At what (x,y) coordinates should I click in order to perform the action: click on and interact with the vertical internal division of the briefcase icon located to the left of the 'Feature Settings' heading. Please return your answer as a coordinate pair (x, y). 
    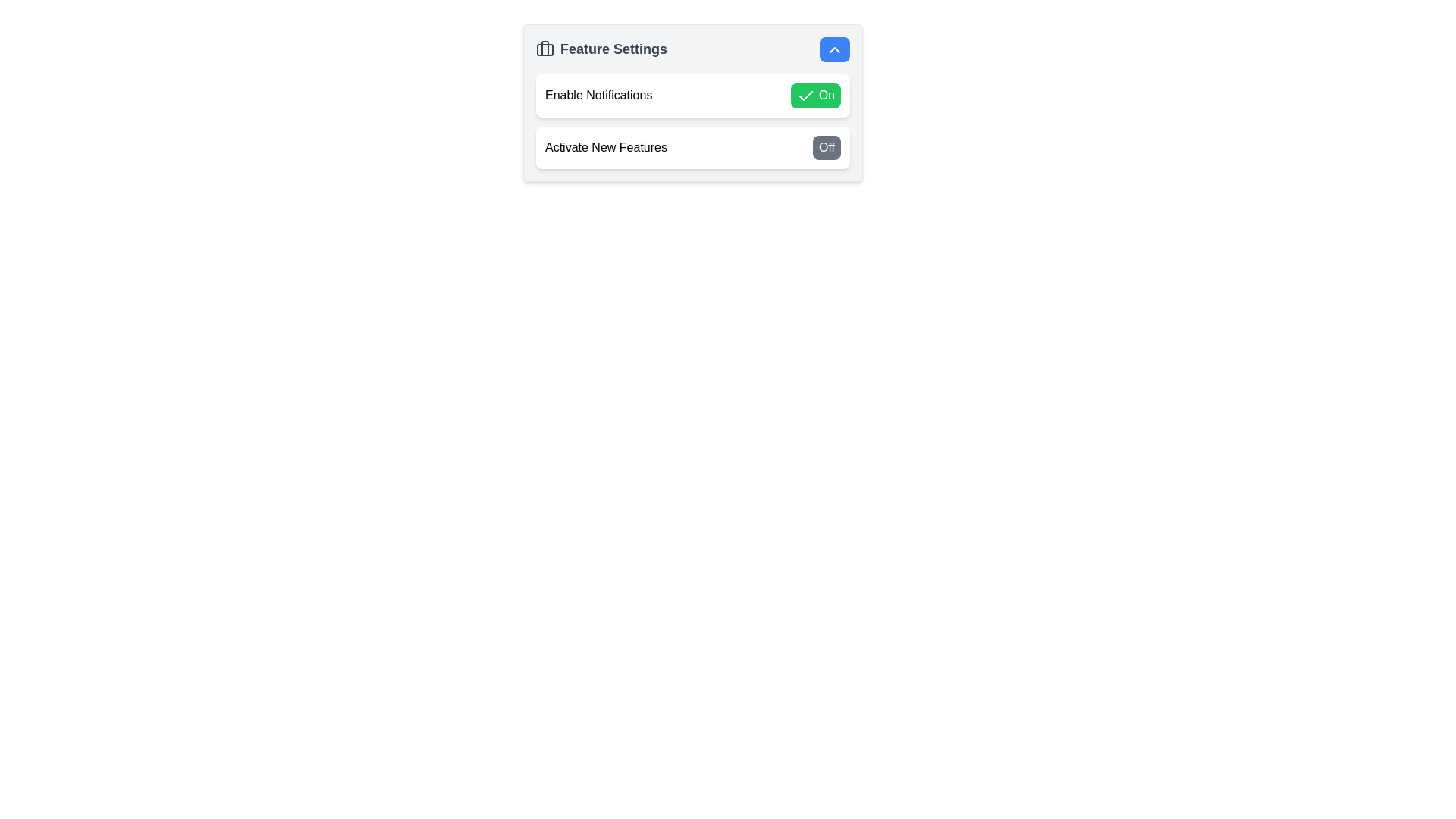
    Looking at the image, I should click on (545, 48).